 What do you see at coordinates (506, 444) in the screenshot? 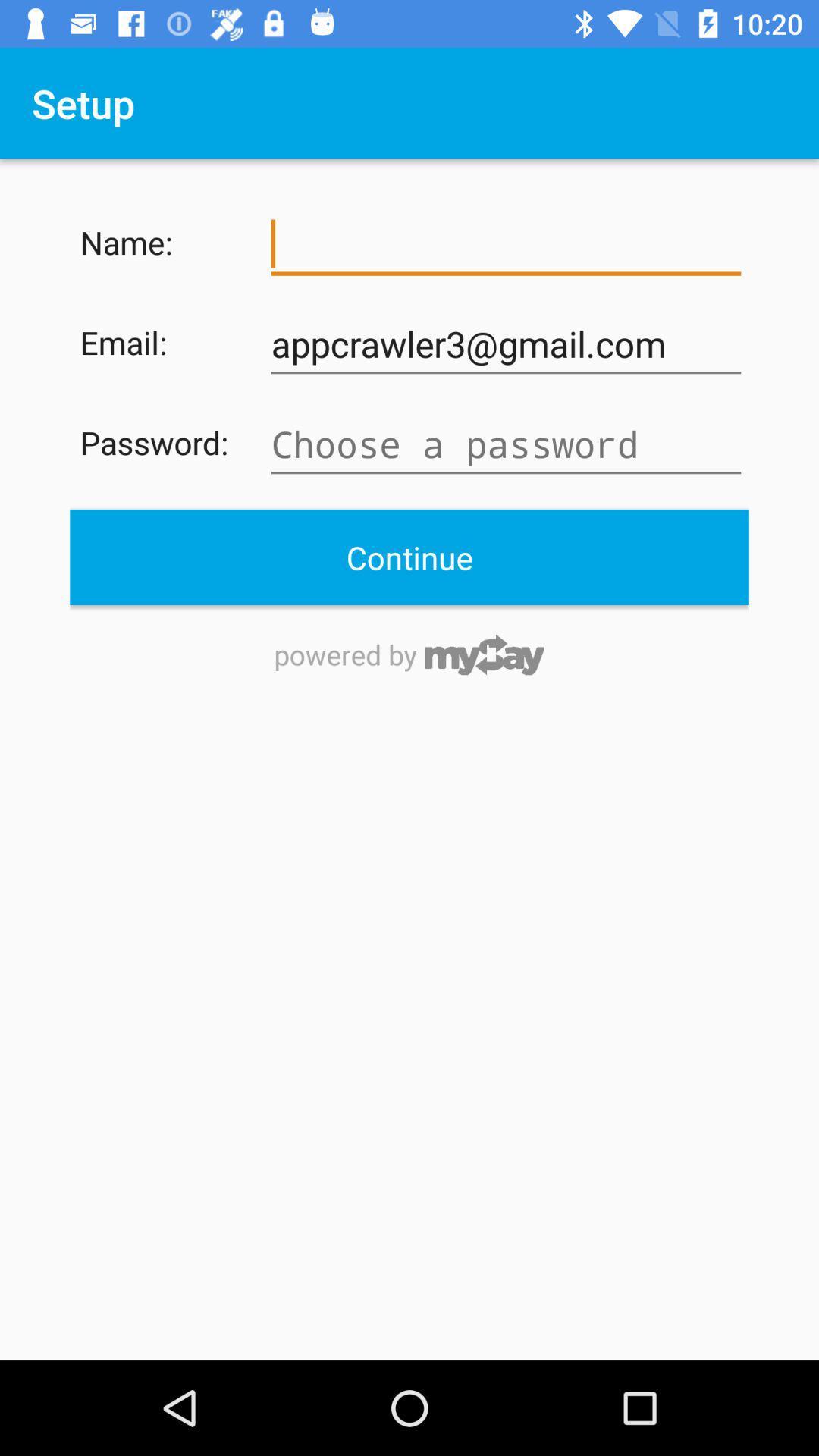
I see `icon below appcrawler3@gmail.com icon` at bounding box center [506, 444].